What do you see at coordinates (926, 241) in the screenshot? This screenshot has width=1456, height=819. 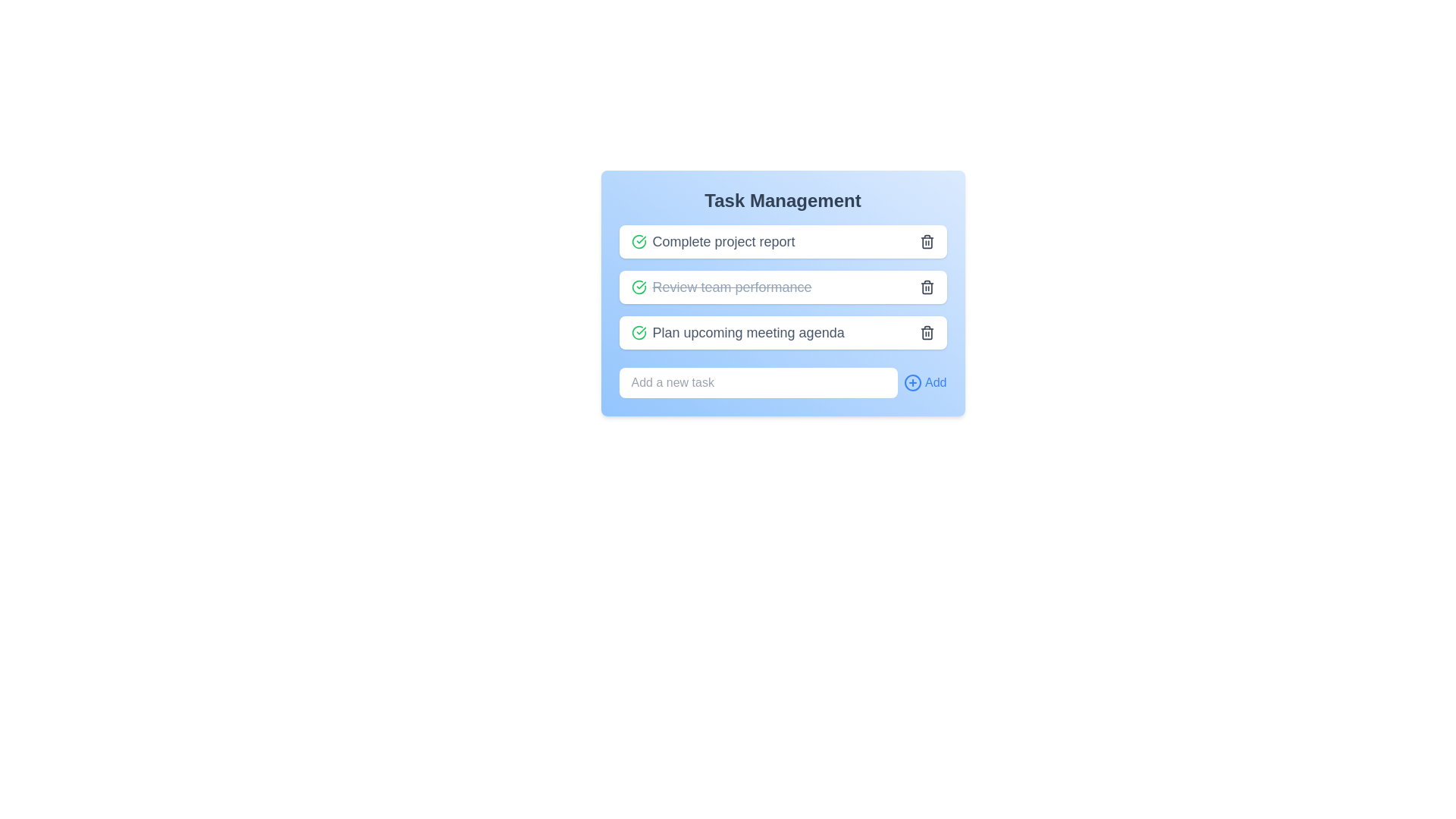 I see `the Trash Can icon located at the far right end of the first task row labeled 'Complete project report'` at bounding box center [926, 241].